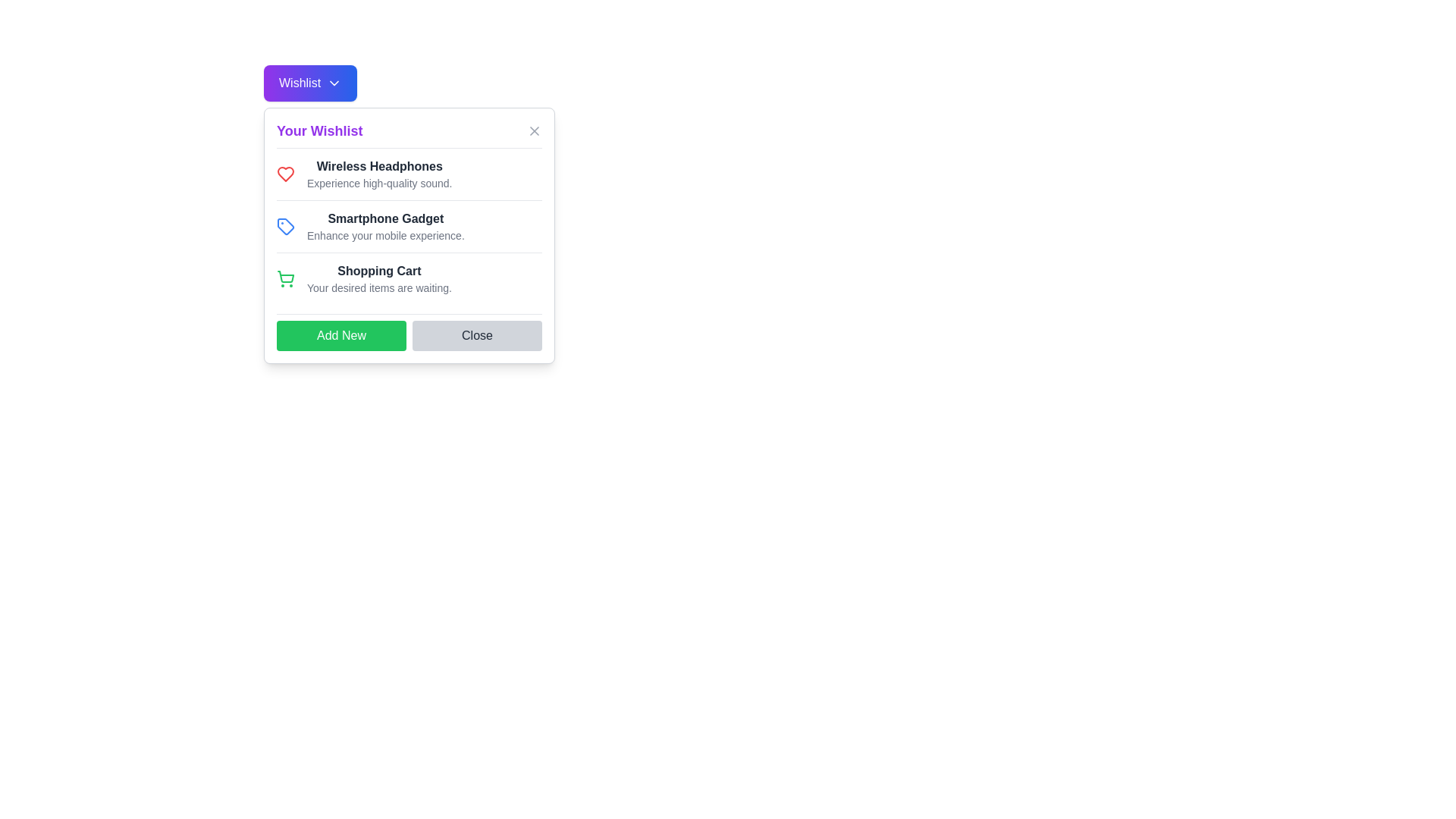  What do you see at coordinates (379, 278) in the screenshot?
I see `the text block representing the wishlist item 'Shopping Cart' located in the popup window labeled 'Your Wishlist', which is the third item in a vertical list` at bounding box center [379, 278].